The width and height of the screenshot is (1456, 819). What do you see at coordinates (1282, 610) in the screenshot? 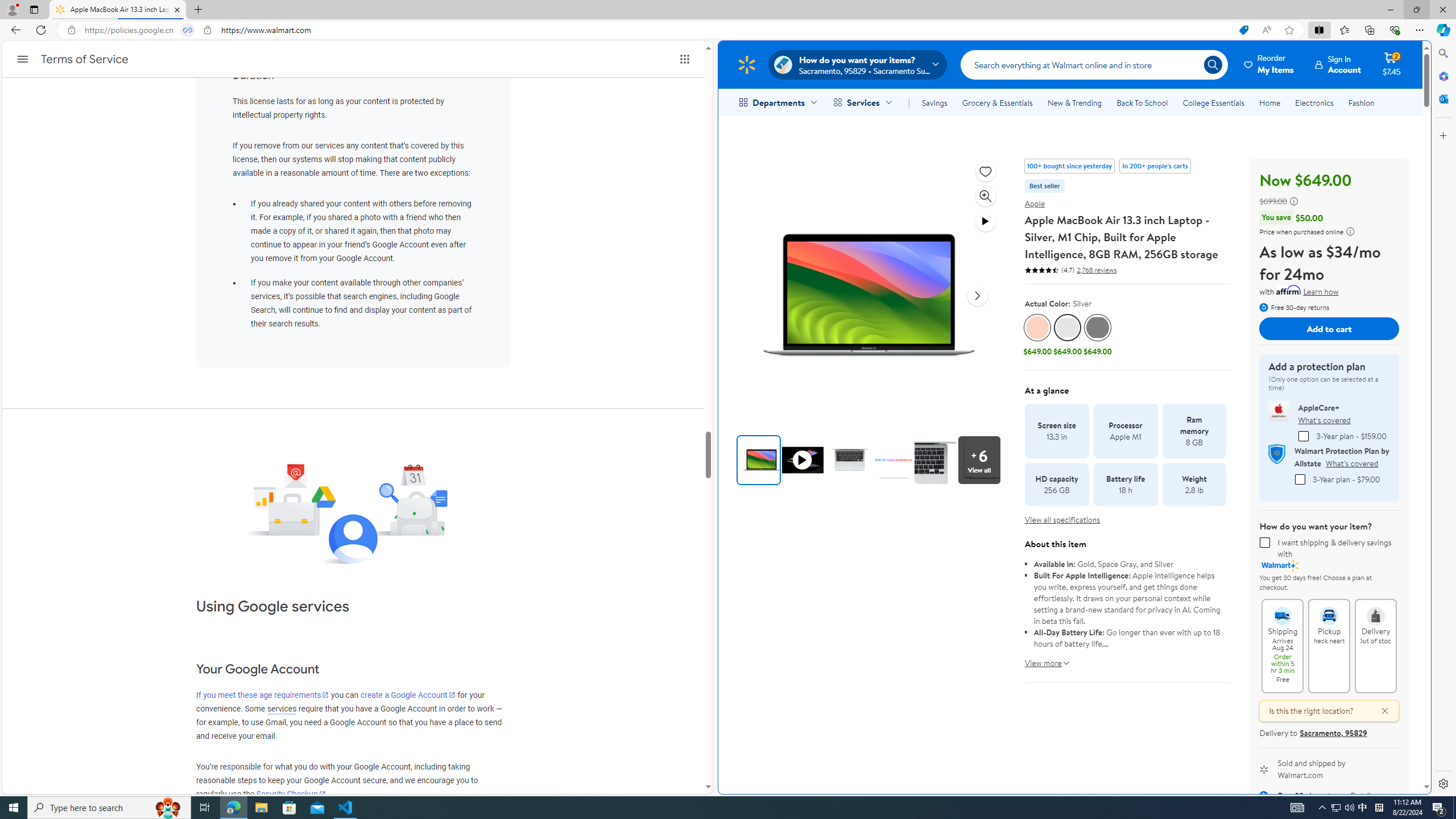
I see `'Shipping Arrives Aug 24 Order within 5 hr 3 min Free'` at bounding box center [1282, 610].